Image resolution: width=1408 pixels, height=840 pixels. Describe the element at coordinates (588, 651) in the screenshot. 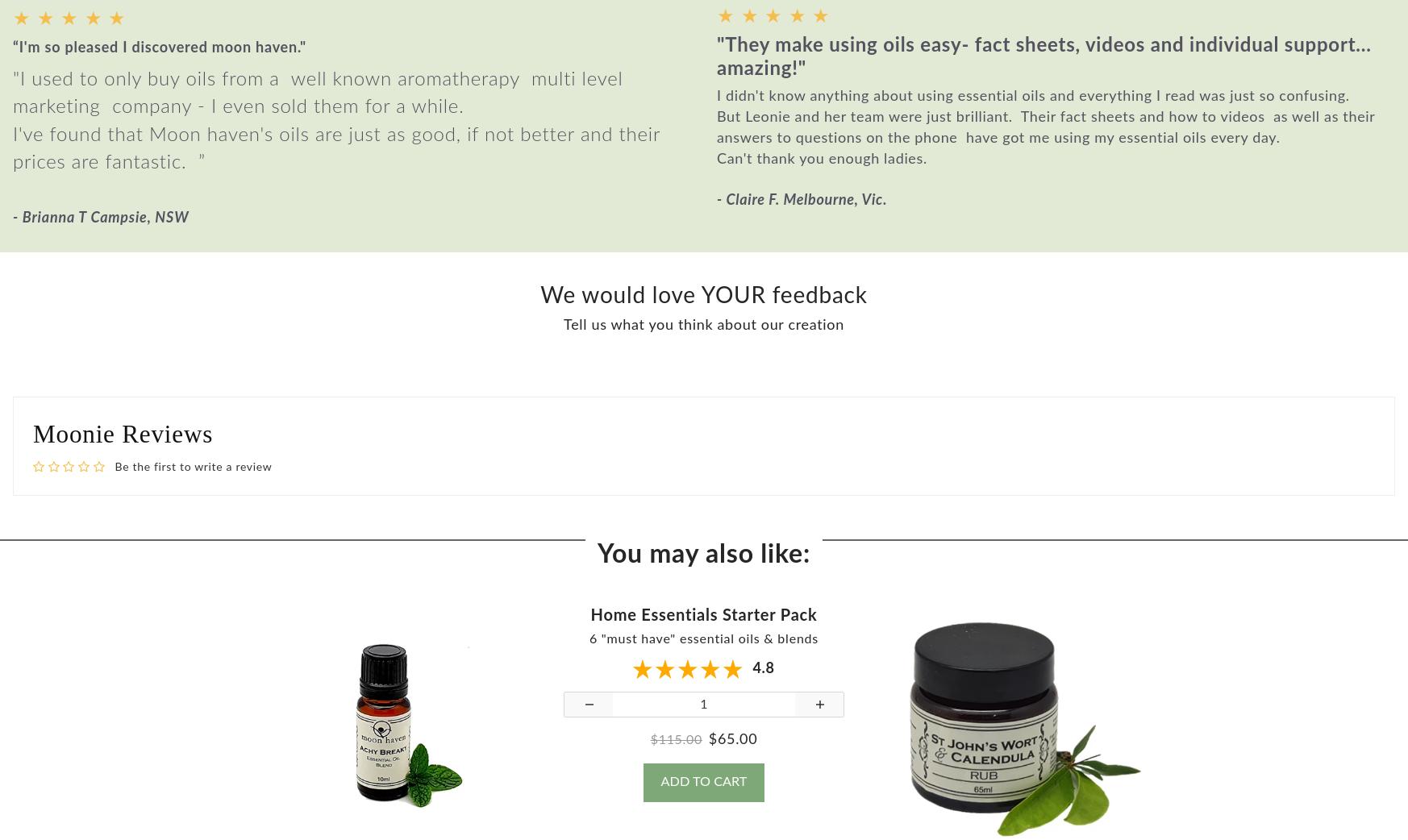

I see `'6 "must have" essential oils & blends'` at that location.